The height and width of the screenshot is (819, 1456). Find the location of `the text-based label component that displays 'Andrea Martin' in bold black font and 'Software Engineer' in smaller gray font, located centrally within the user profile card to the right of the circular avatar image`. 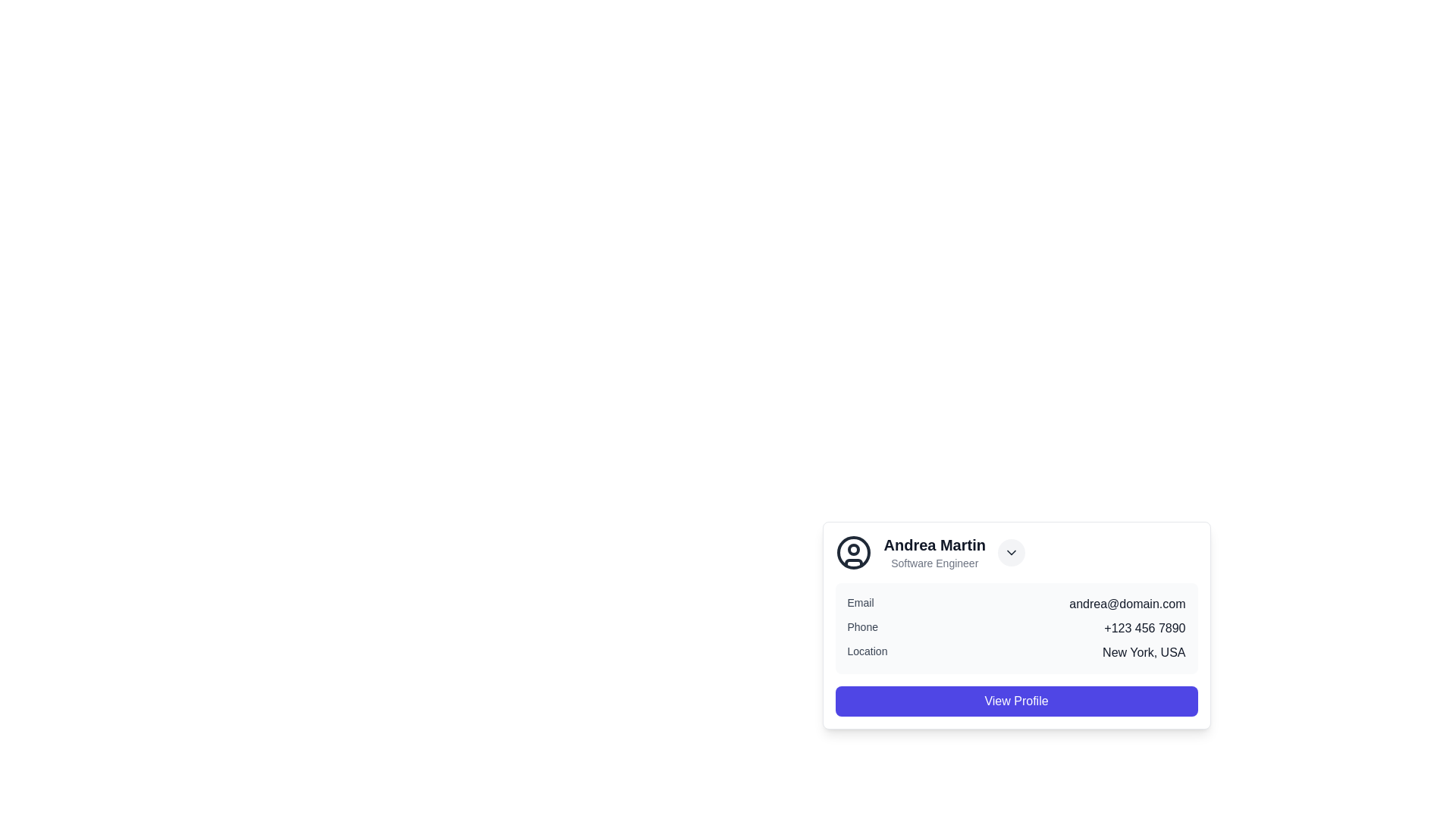

the text-based label component that displays 'Andrea Martin' in bold black font and 'Software Engineer' in smaller gray font, located centrally within the user profile card to the right of the circular avatar image is located at coordinates (934, 553).